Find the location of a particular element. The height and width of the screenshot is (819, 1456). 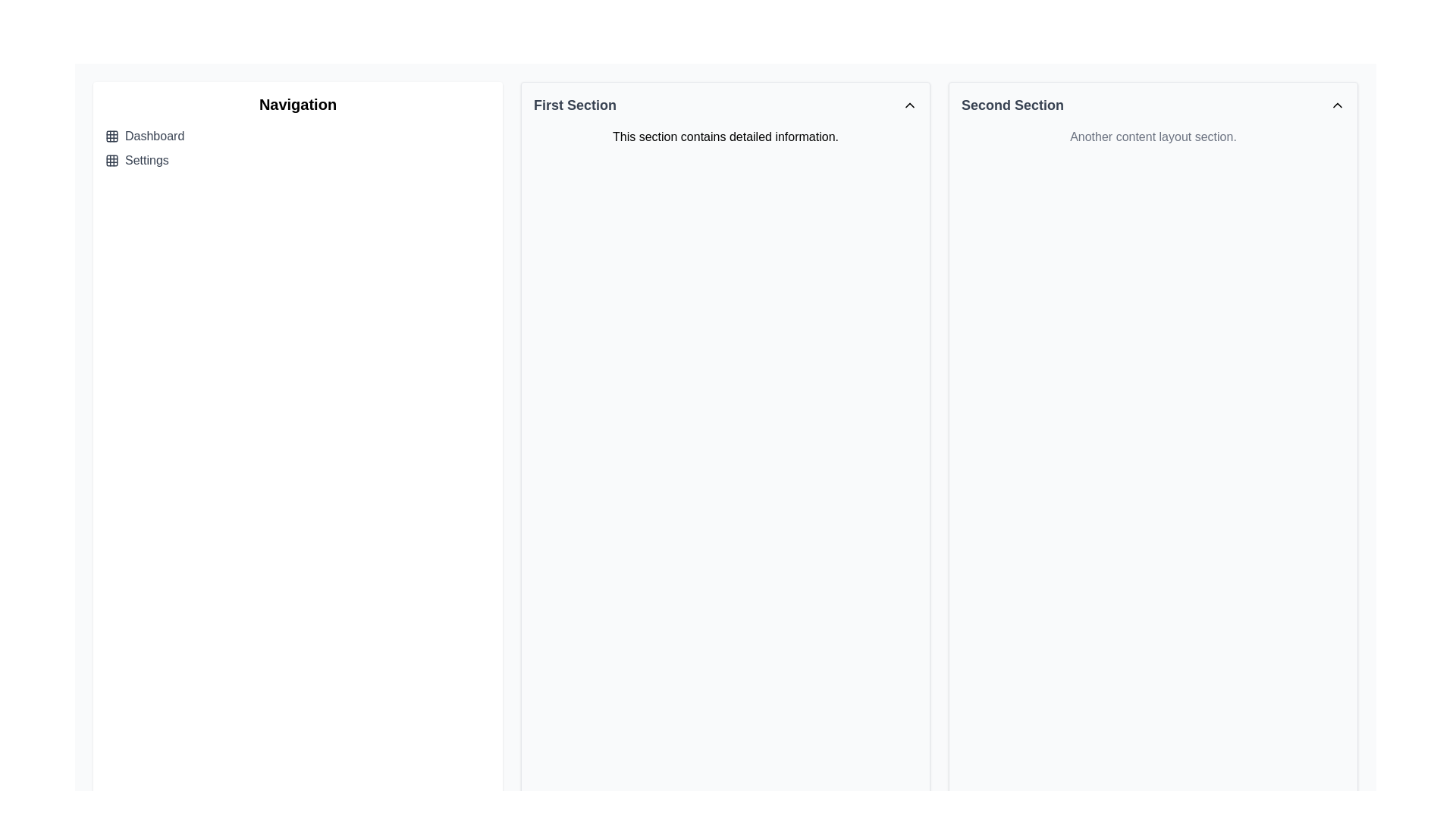

the chevron-up icon located in the top-right corner of the 'First Section' heading area is located at coordinates (910, 104).